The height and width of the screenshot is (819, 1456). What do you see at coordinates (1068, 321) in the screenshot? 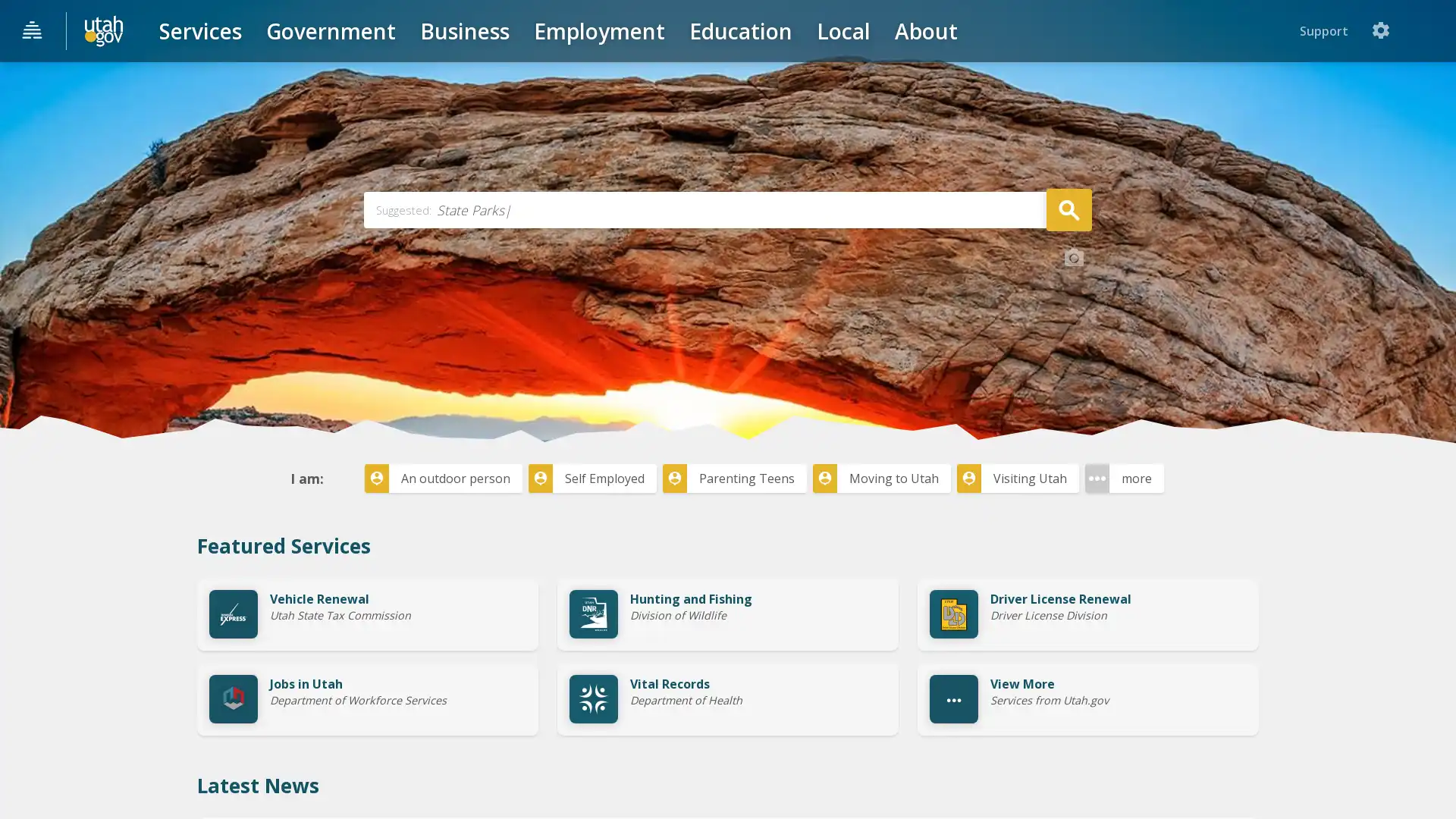
I see `Search` at bounding box center [1068, 321].